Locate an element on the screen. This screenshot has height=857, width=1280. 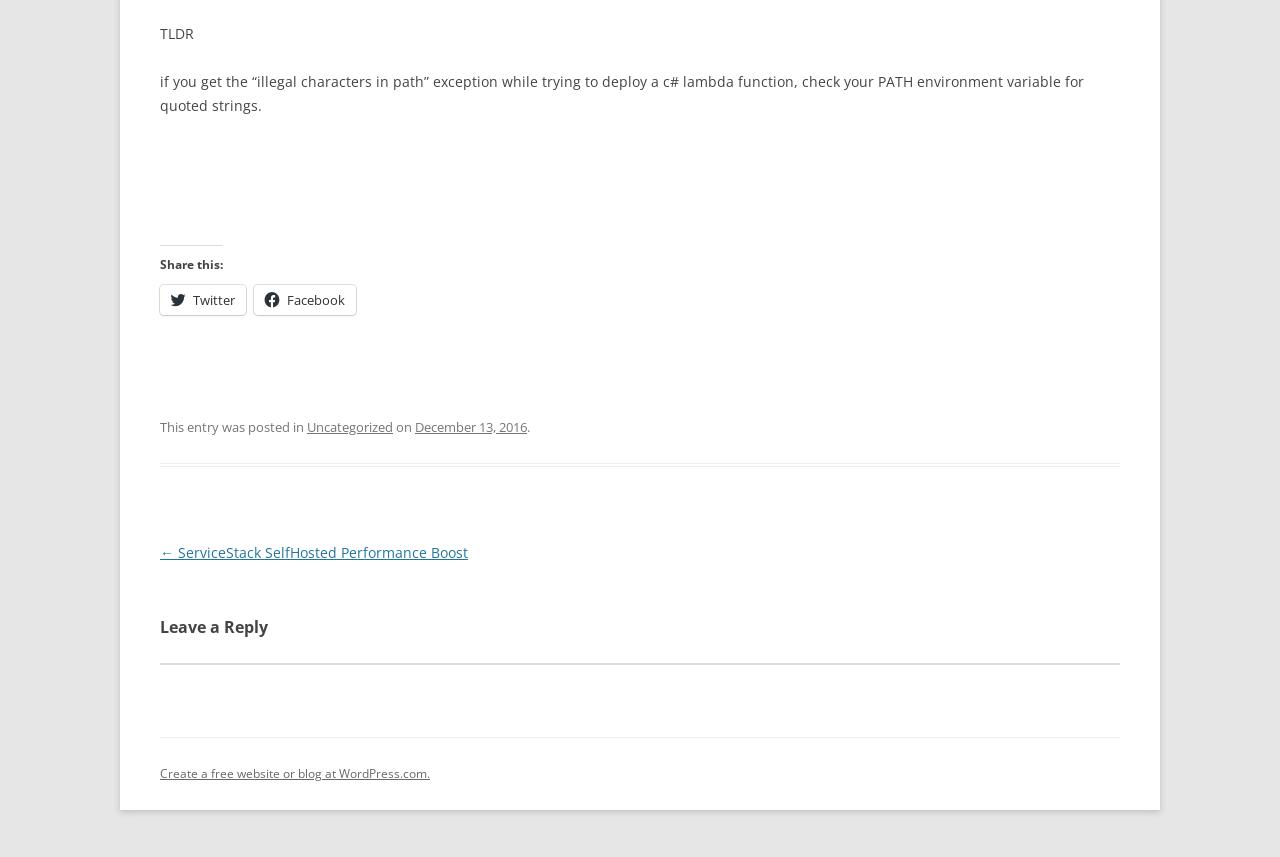
'December 13, 2016' is located at coordinates (470, 426).